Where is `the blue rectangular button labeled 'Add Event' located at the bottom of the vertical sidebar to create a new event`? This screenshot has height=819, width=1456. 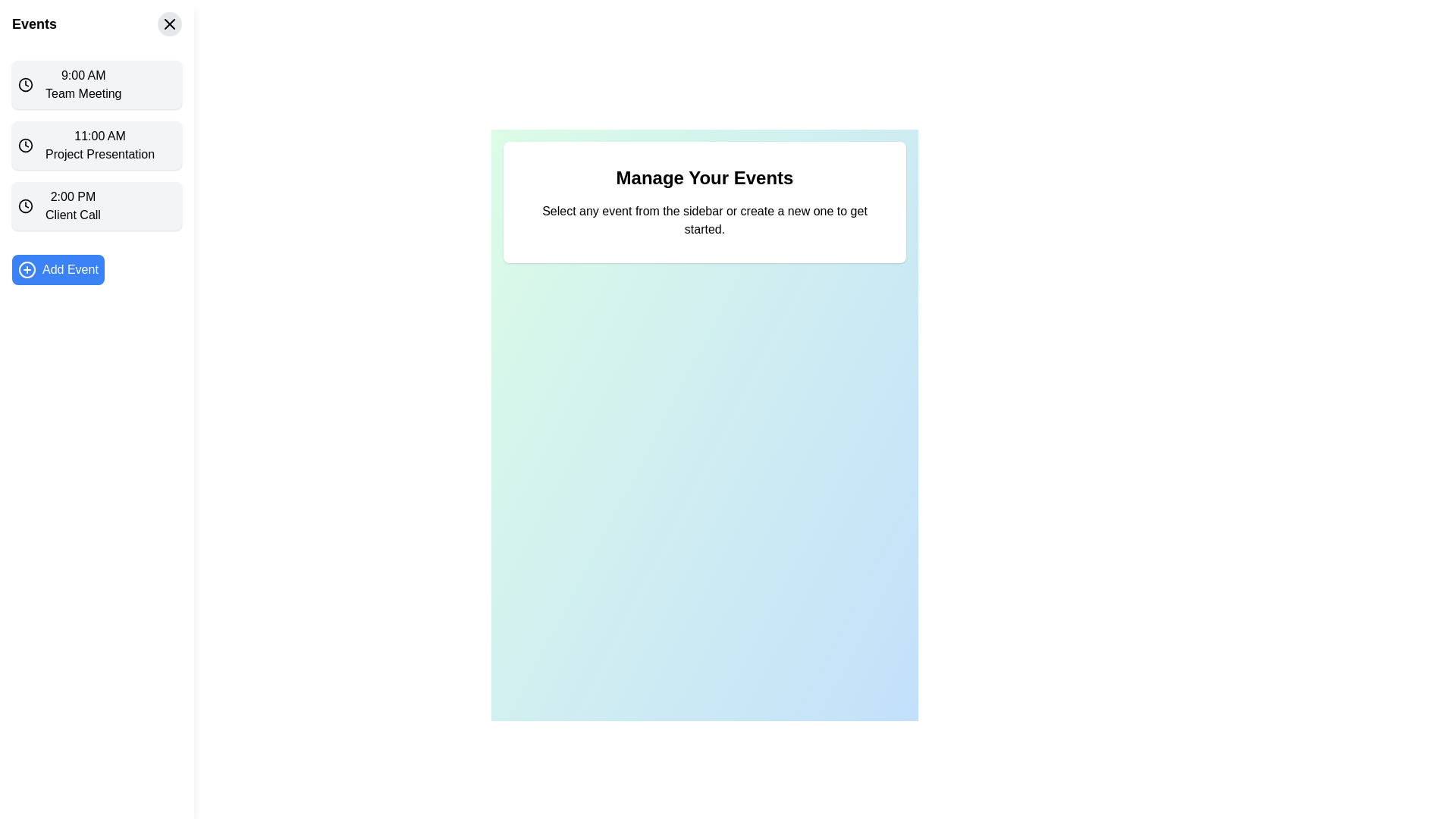
the blue rectangular button labeled 'Add Event' located at the bottom of the vertical sidebar to create a new event is located at coordinates (58, 268).